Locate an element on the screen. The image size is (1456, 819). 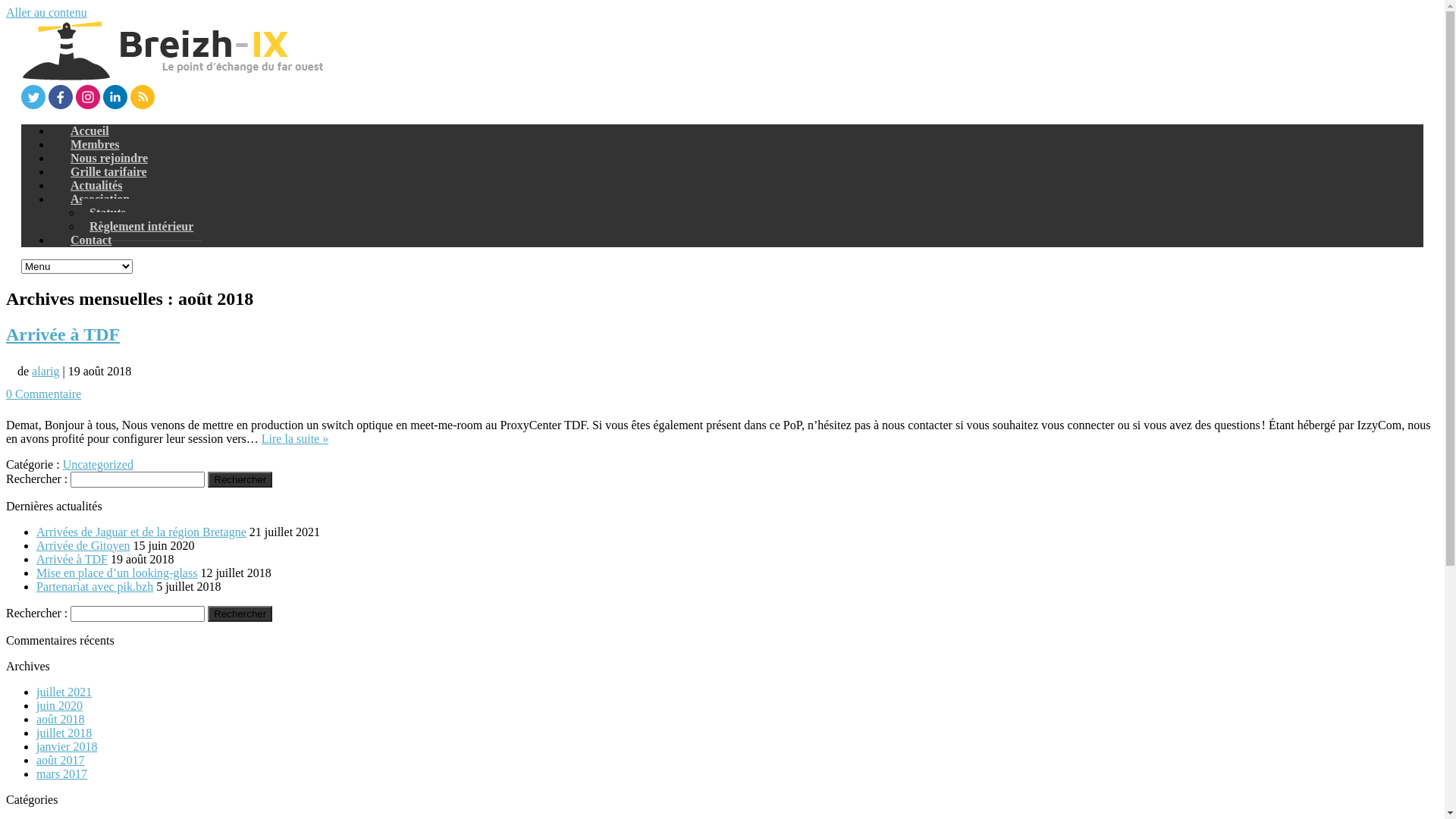
'Statuts' is located at coordinates (107, 213).